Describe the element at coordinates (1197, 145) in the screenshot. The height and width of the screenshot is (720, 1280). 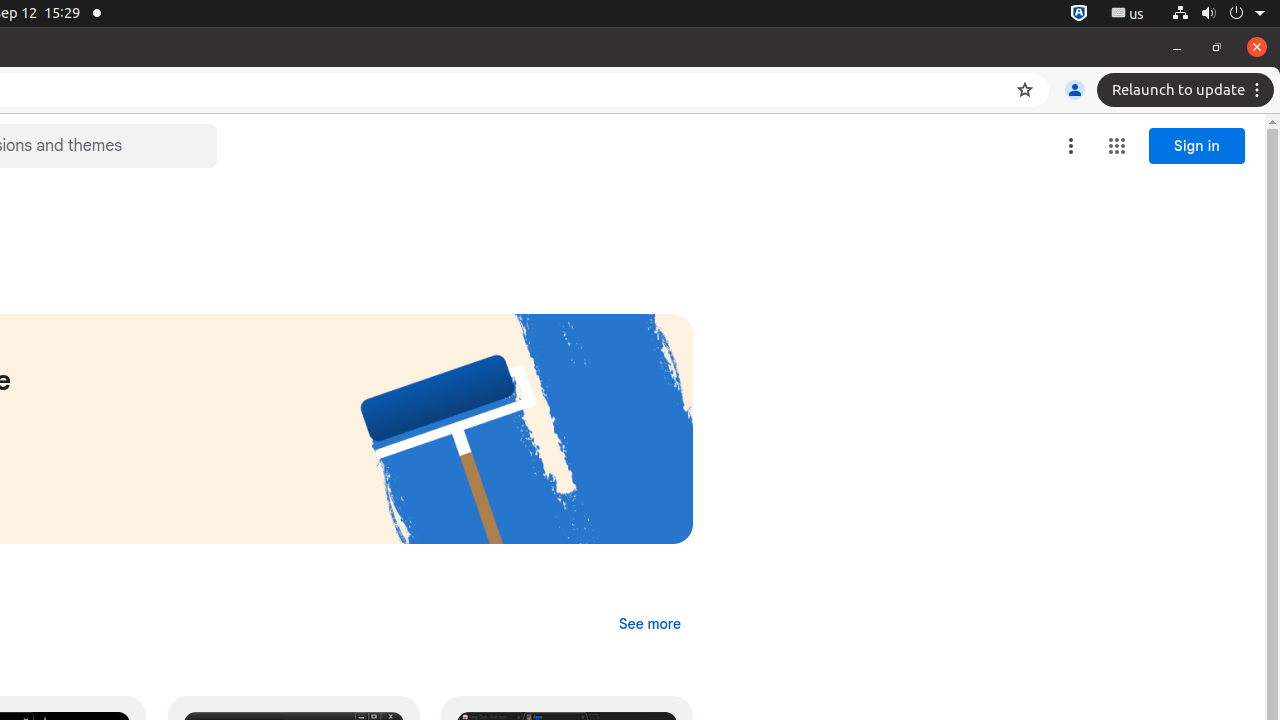
I see `'Sign in'` at that location.